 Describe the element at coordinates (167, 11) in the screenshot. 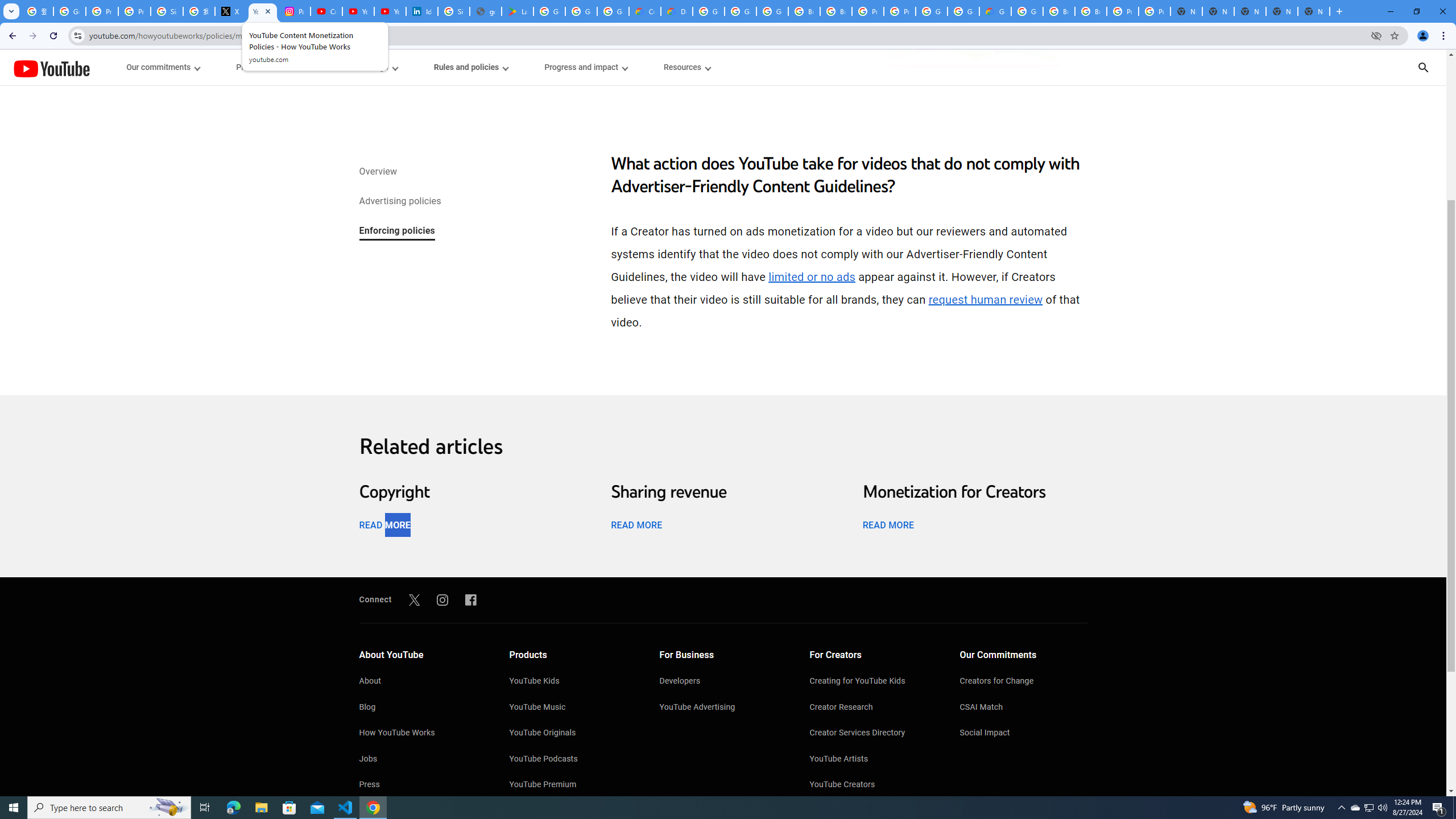

I see `'Sign in - Google Accounts'` at that location.